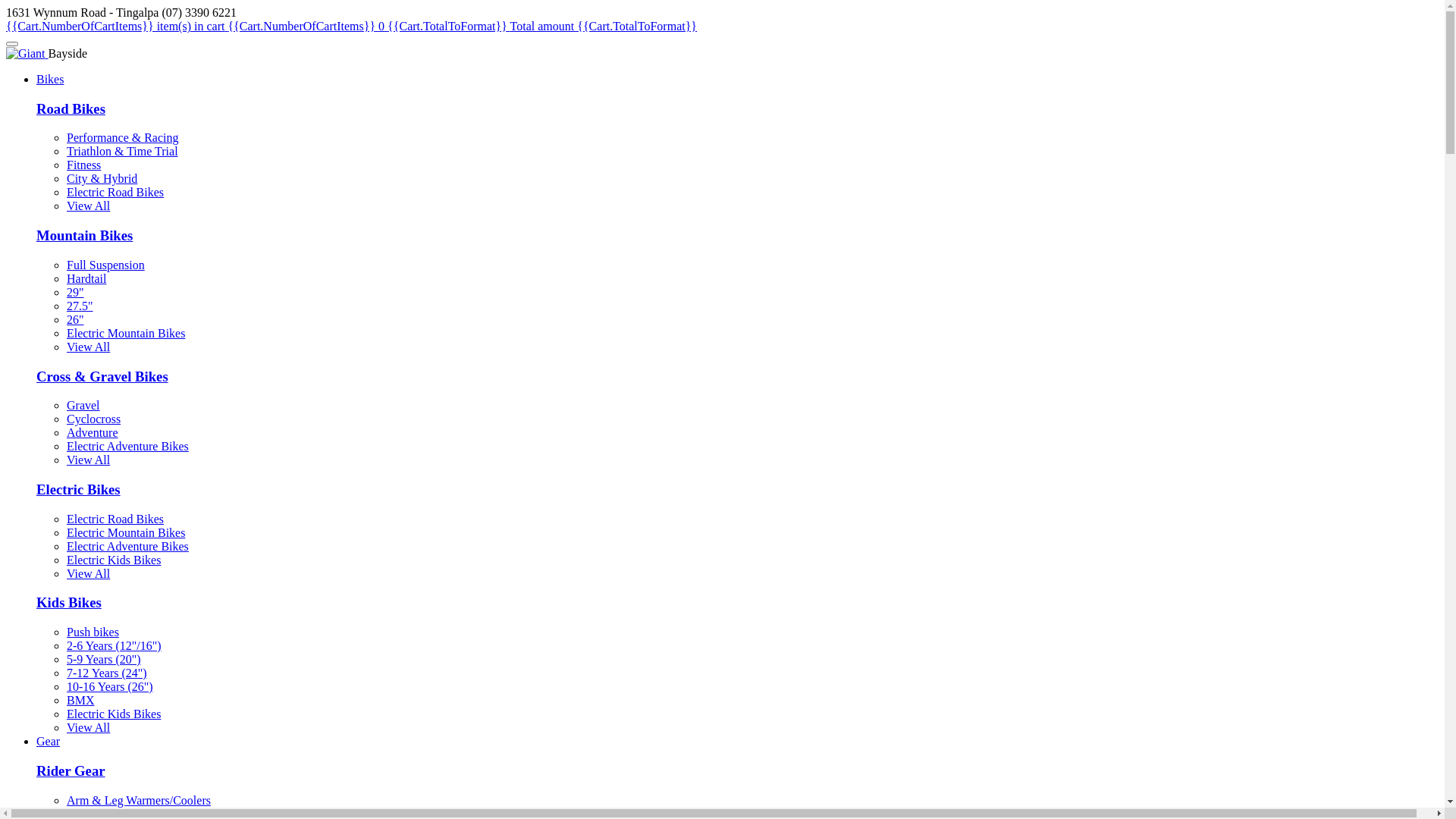 Image resolution: width=1456 pixels, height=819 pixels. I want to click on 'Road Bikes', so click(70, 108).